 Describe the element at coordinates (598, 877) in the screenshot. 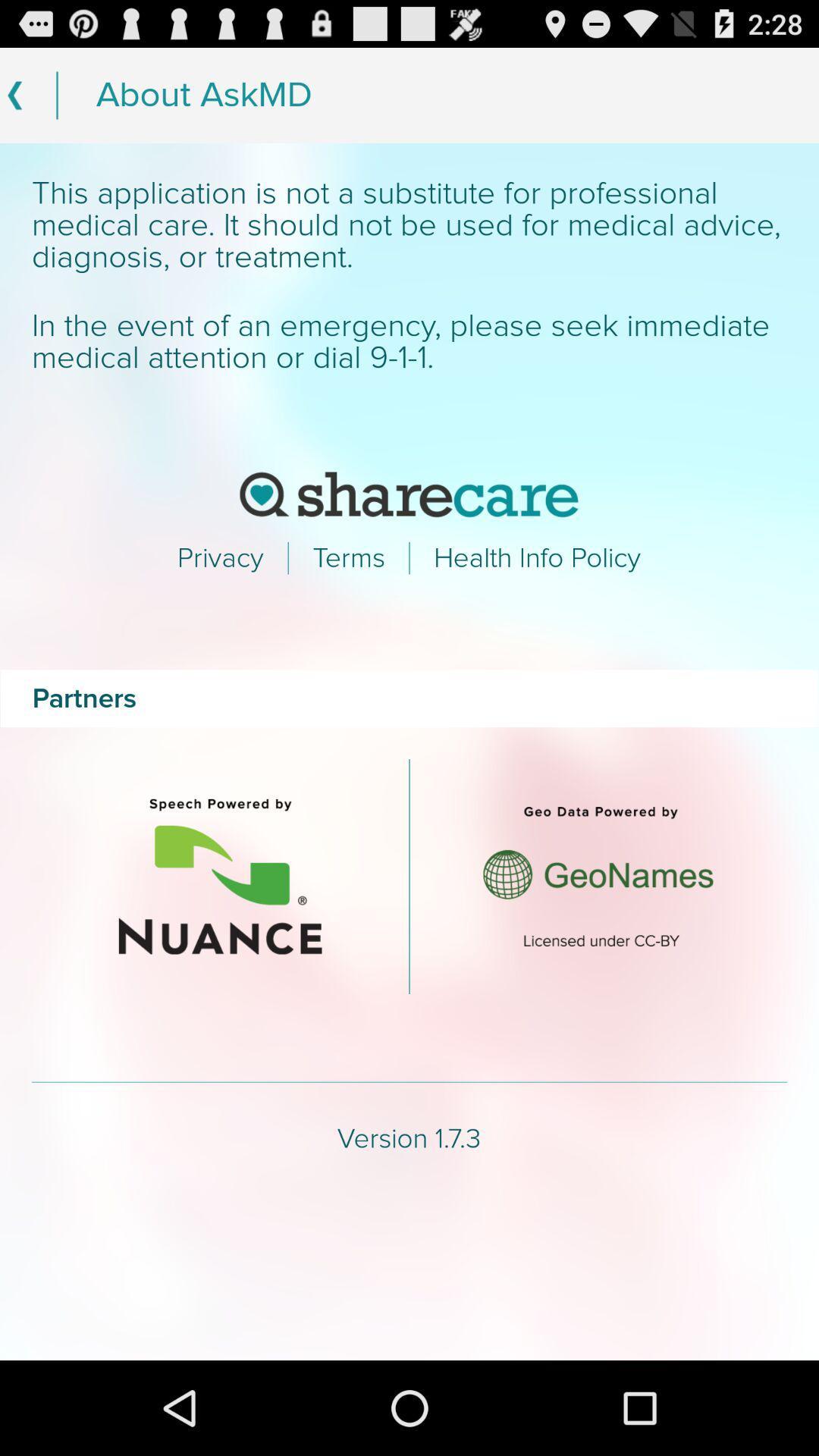

I see `a second option which is below partners` at that location.